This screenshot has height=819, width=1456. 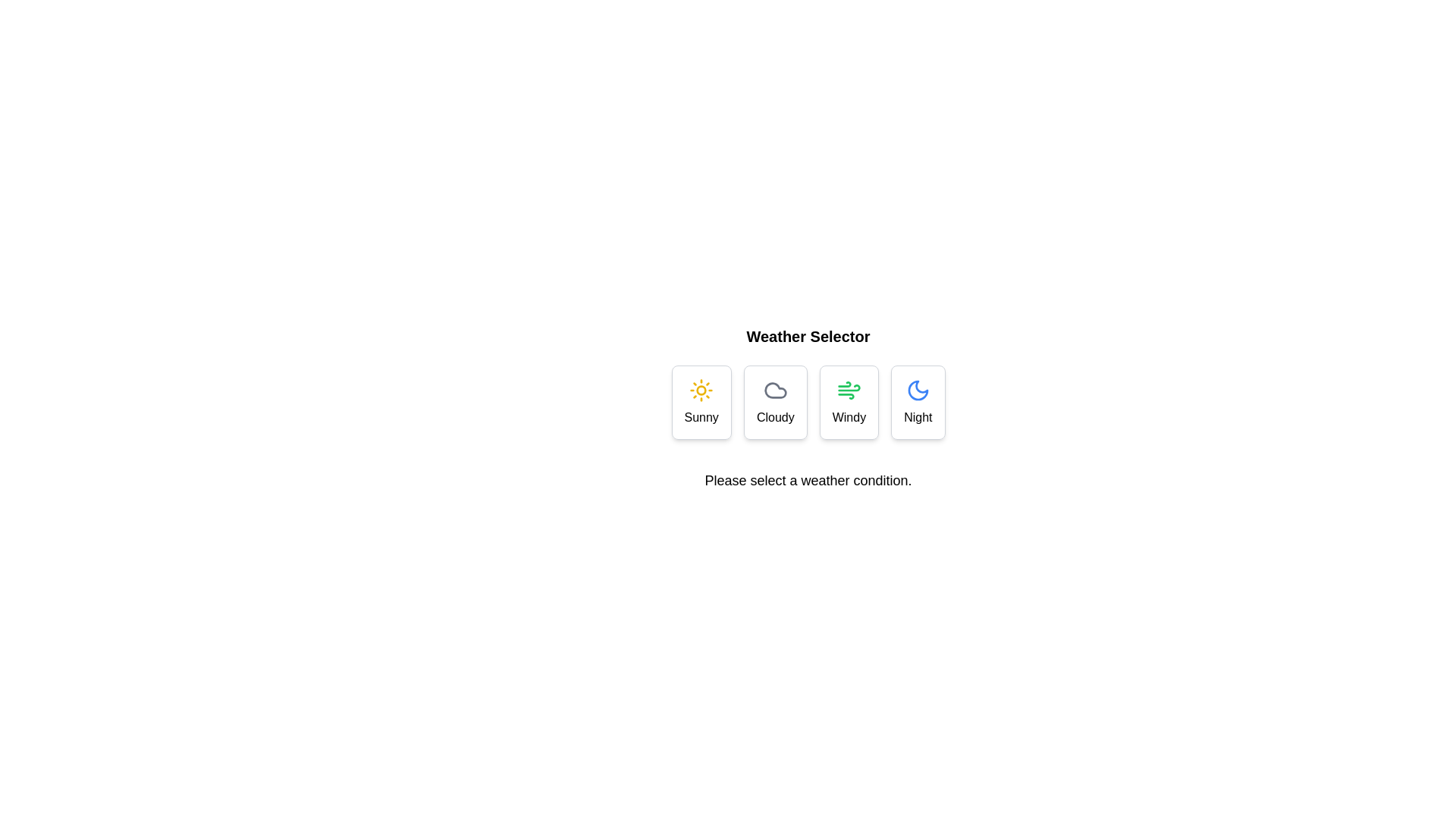 I want to click on the rectangular button with rounded corners that contains a crescent moon icon and the text 'Night' in black, so click(x=917, y=402).